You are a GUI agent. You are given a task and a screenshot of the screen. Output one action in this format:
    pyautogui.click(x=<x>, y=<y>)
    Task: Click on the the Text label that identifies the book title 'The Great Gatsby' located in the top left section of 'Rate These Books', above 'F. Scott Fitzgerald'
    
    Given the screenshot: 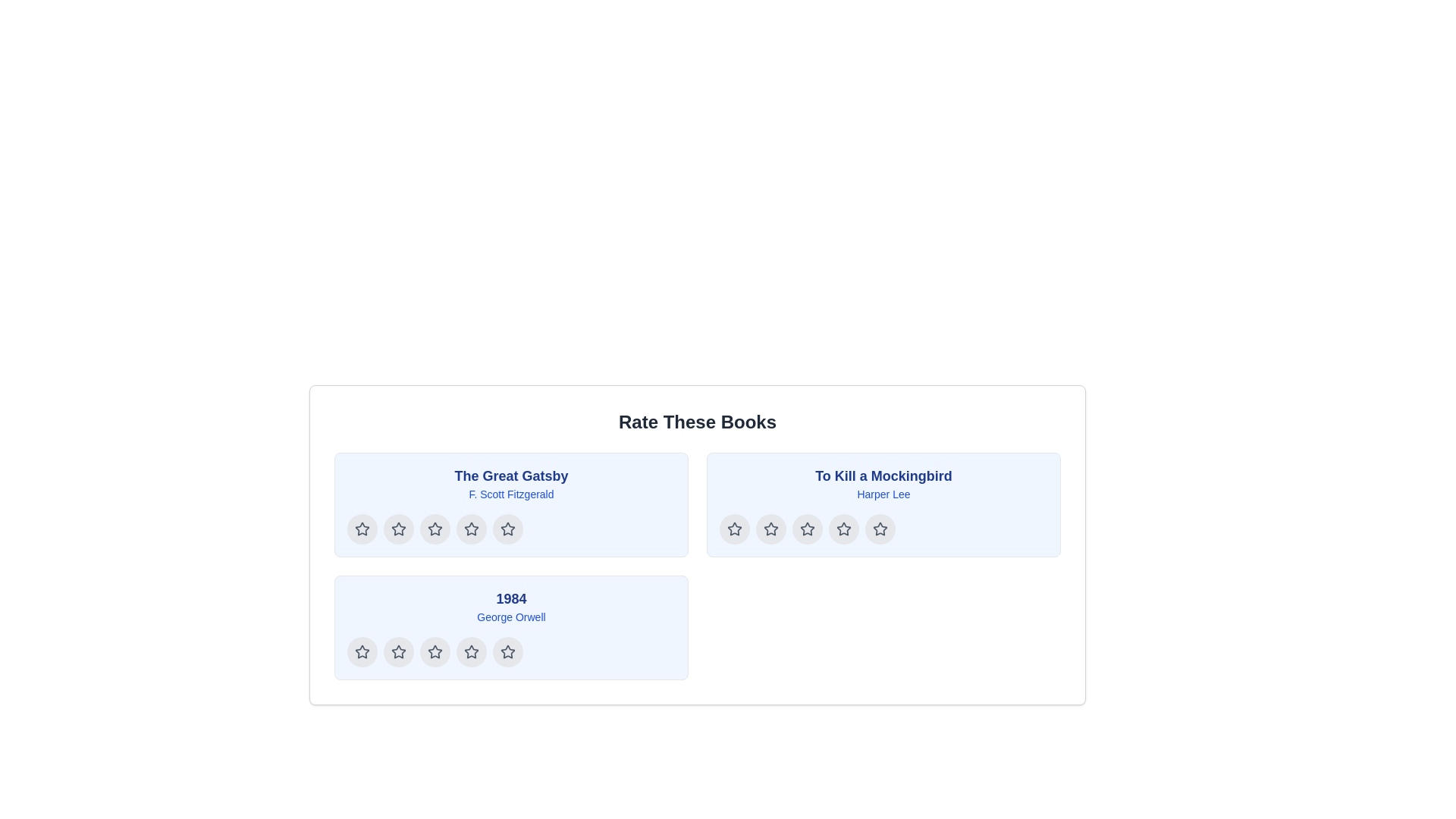 What is the action you would take?
    pyautogui.click(x=511, y=475)
    